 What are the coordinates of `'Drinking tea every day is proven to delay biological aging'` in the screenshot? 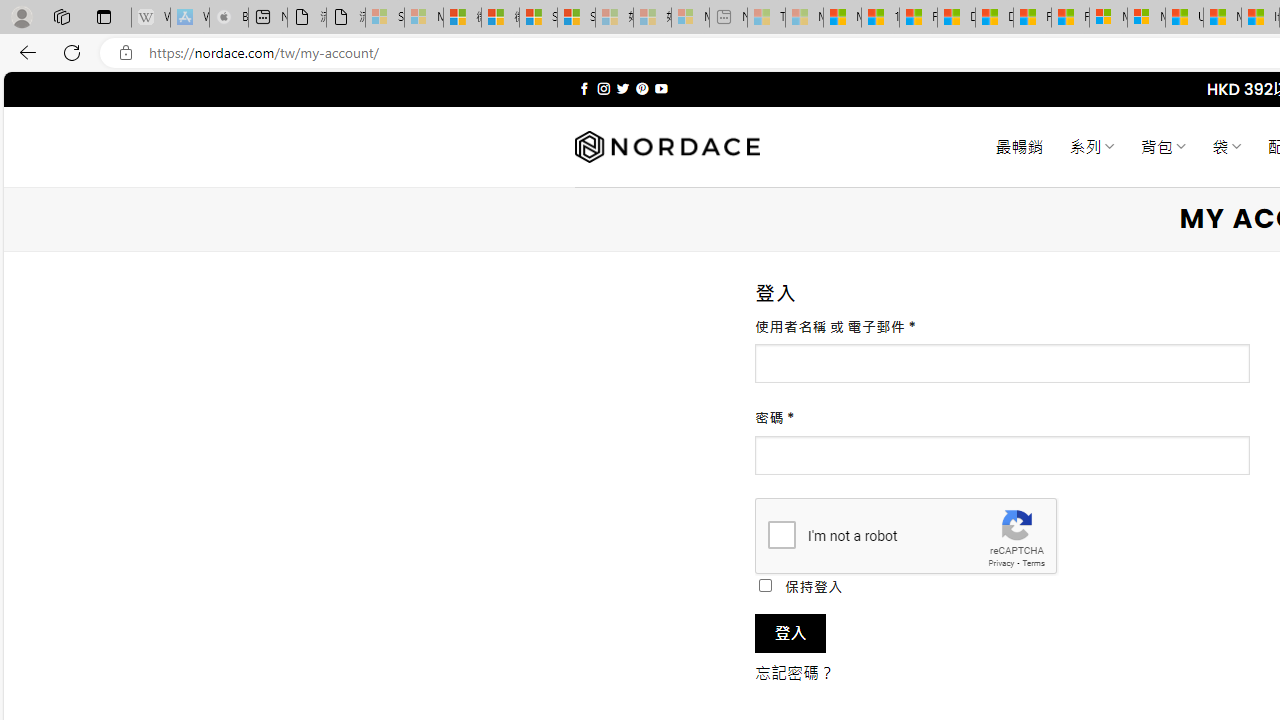 It's located at (993, 17).